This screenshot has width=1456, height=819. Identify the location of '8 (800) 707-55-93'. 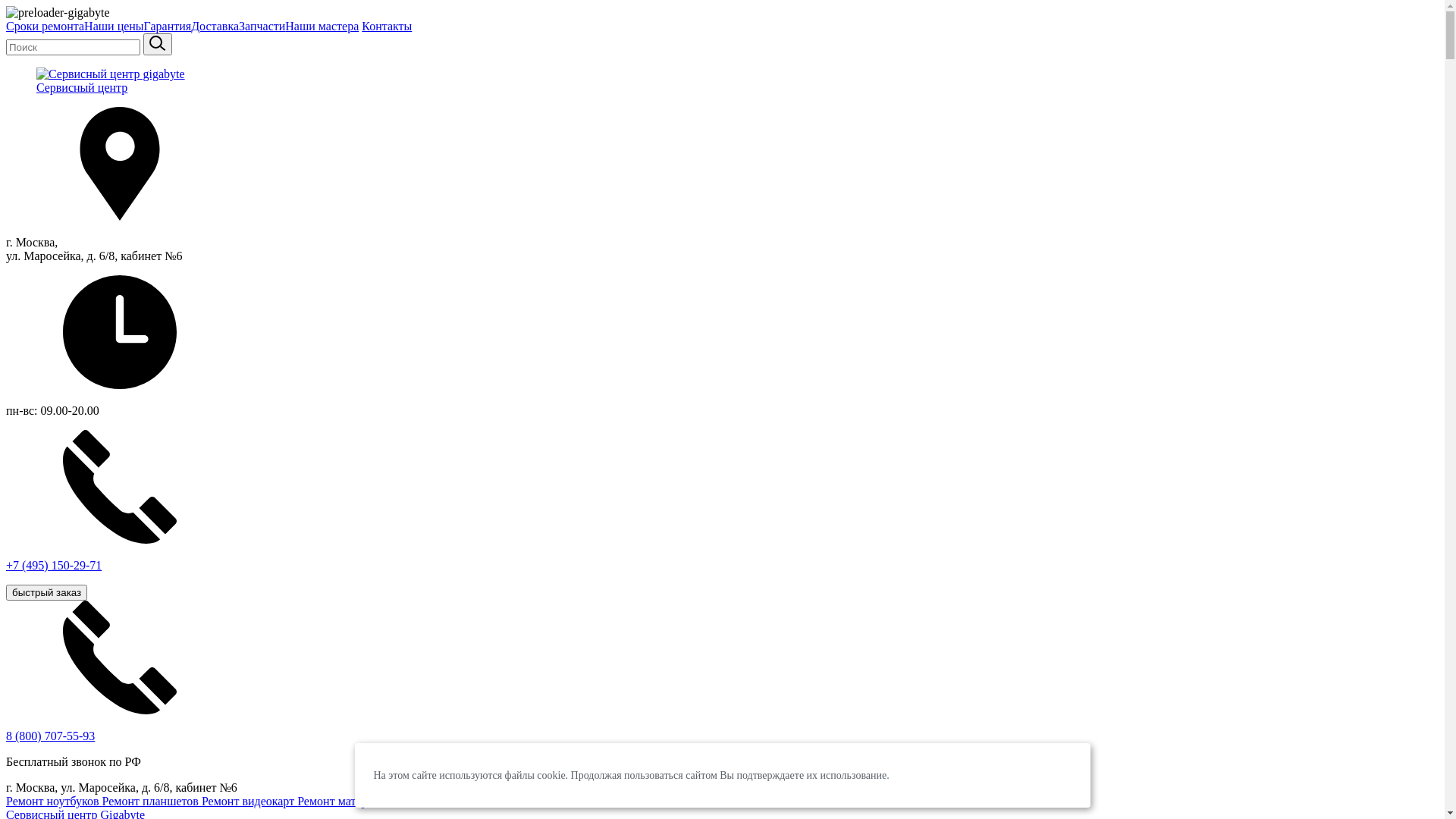
(6, 735).